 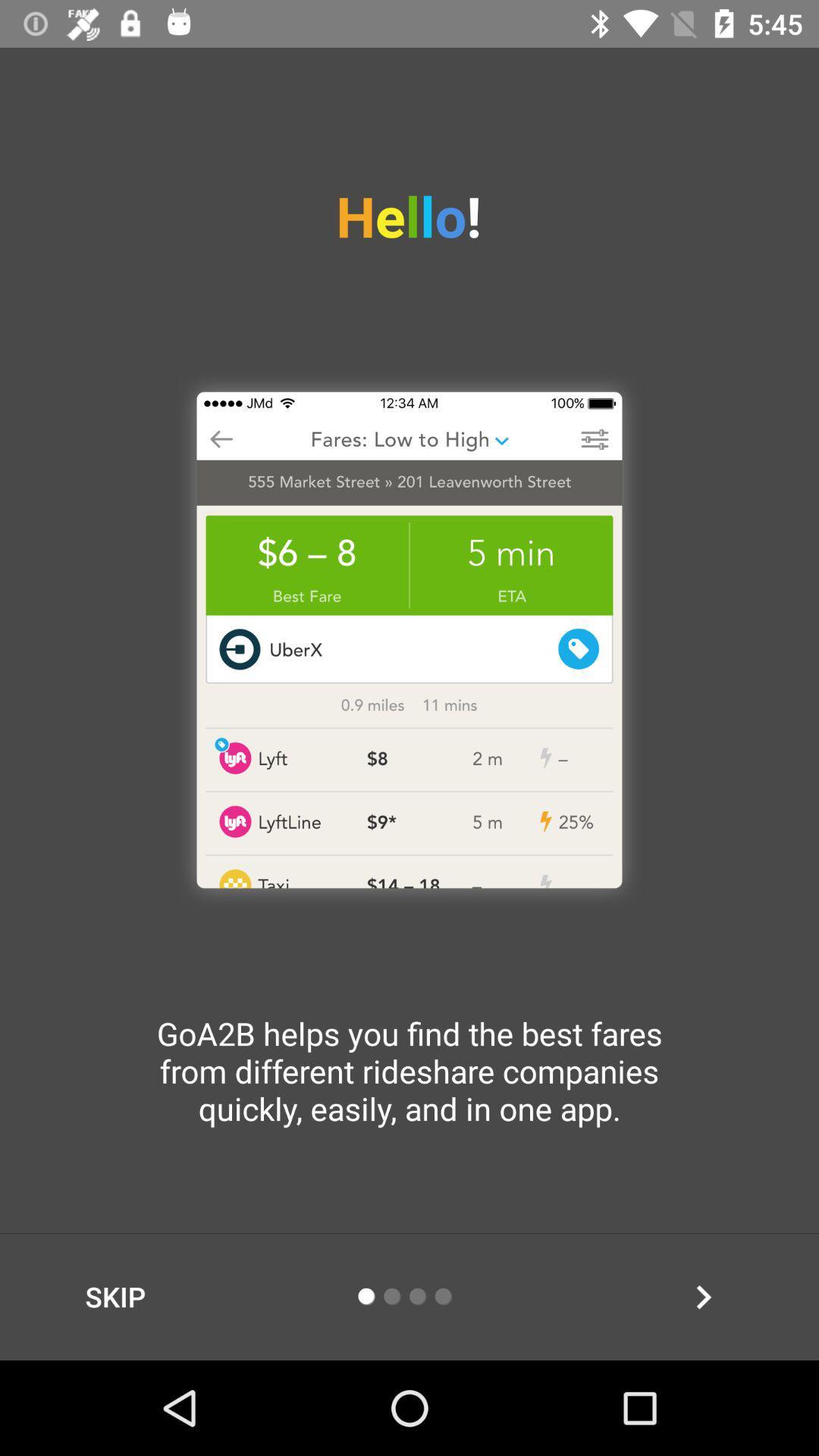 I want to click on the item at the bottom left corner, so click(x=115, y=1296).